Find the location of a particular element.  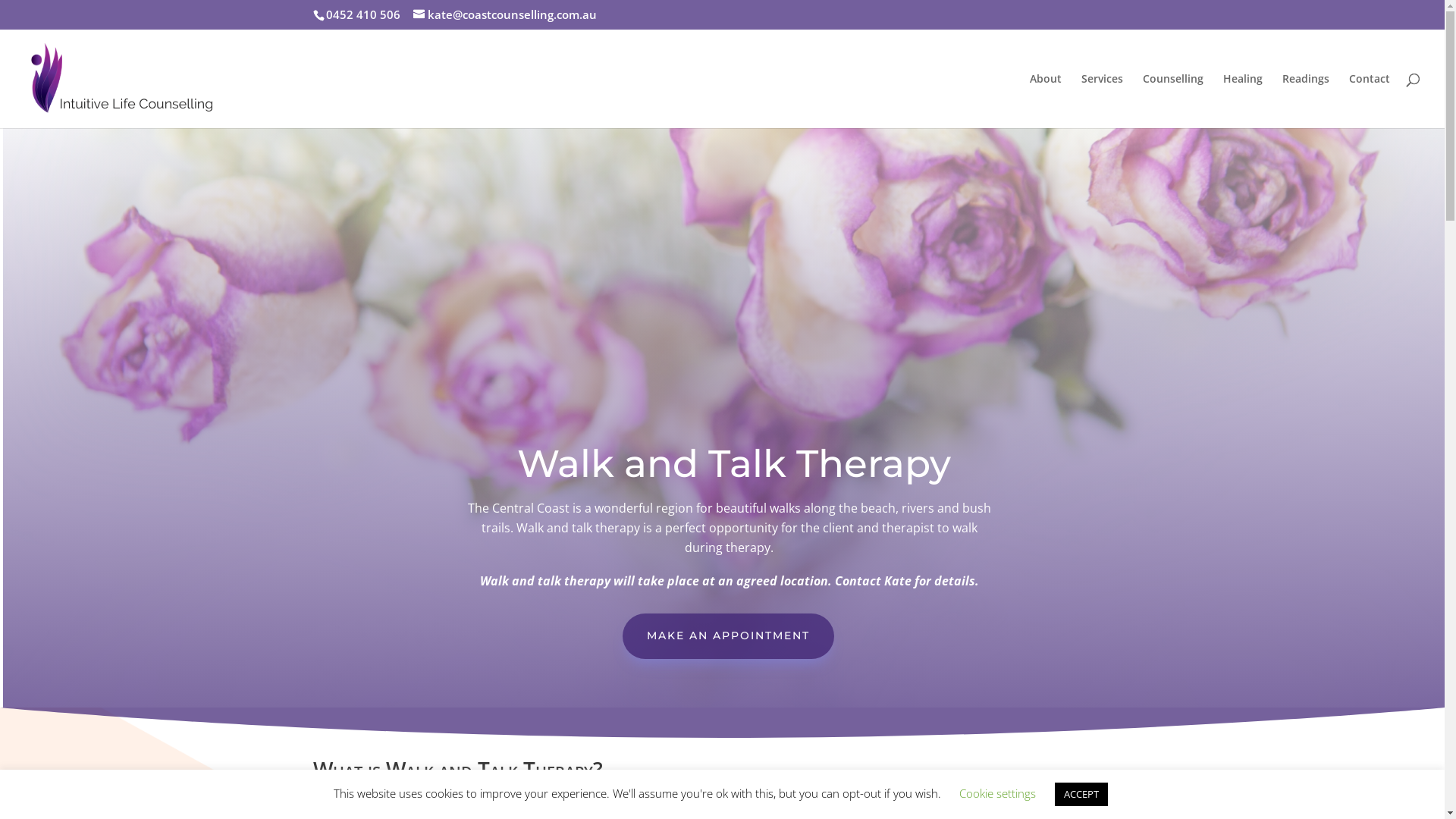

'Services' is located at coordinates (1102, 99).